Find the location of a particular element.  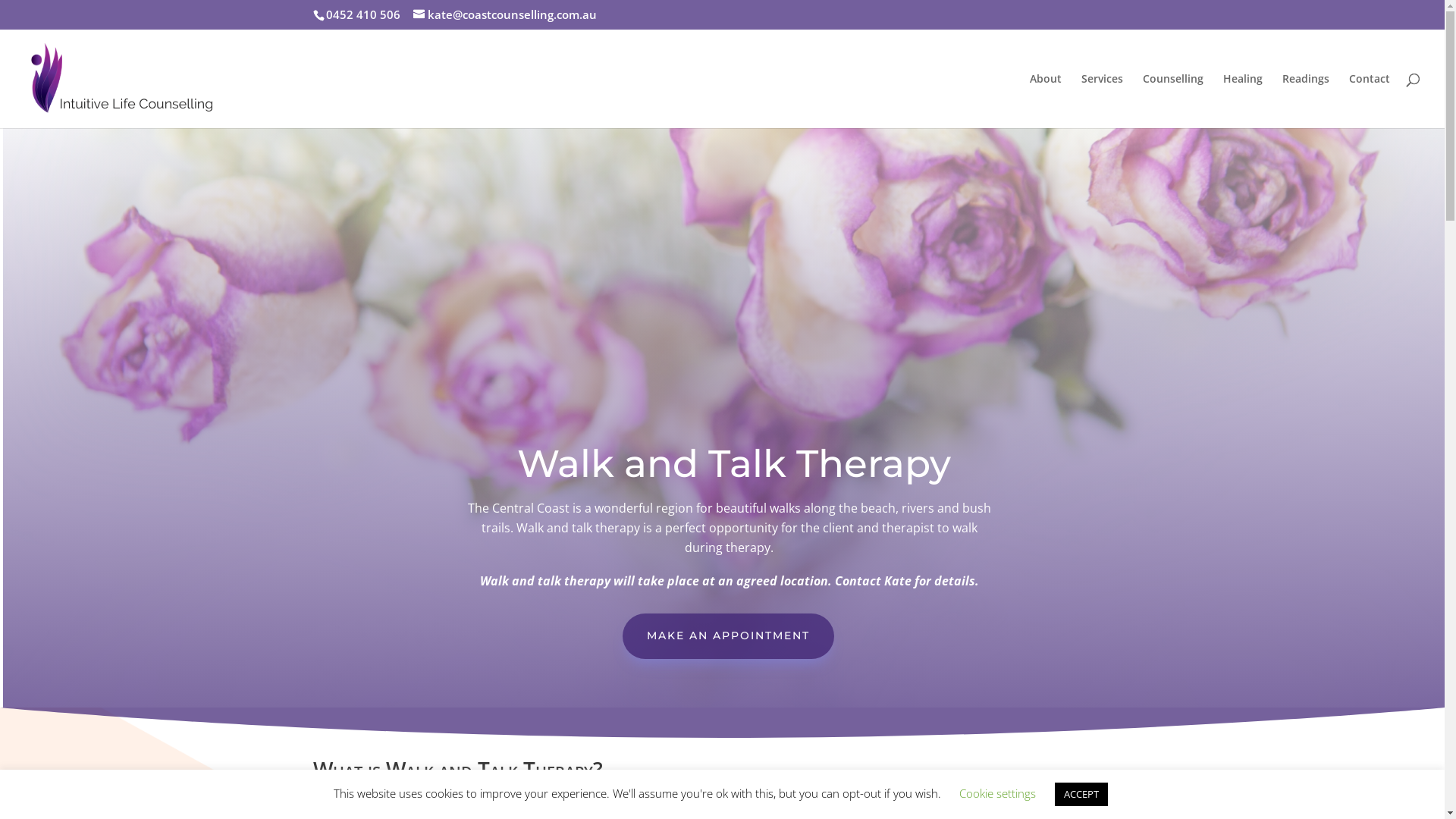

'Services' is located at coordinates (1102, 99).